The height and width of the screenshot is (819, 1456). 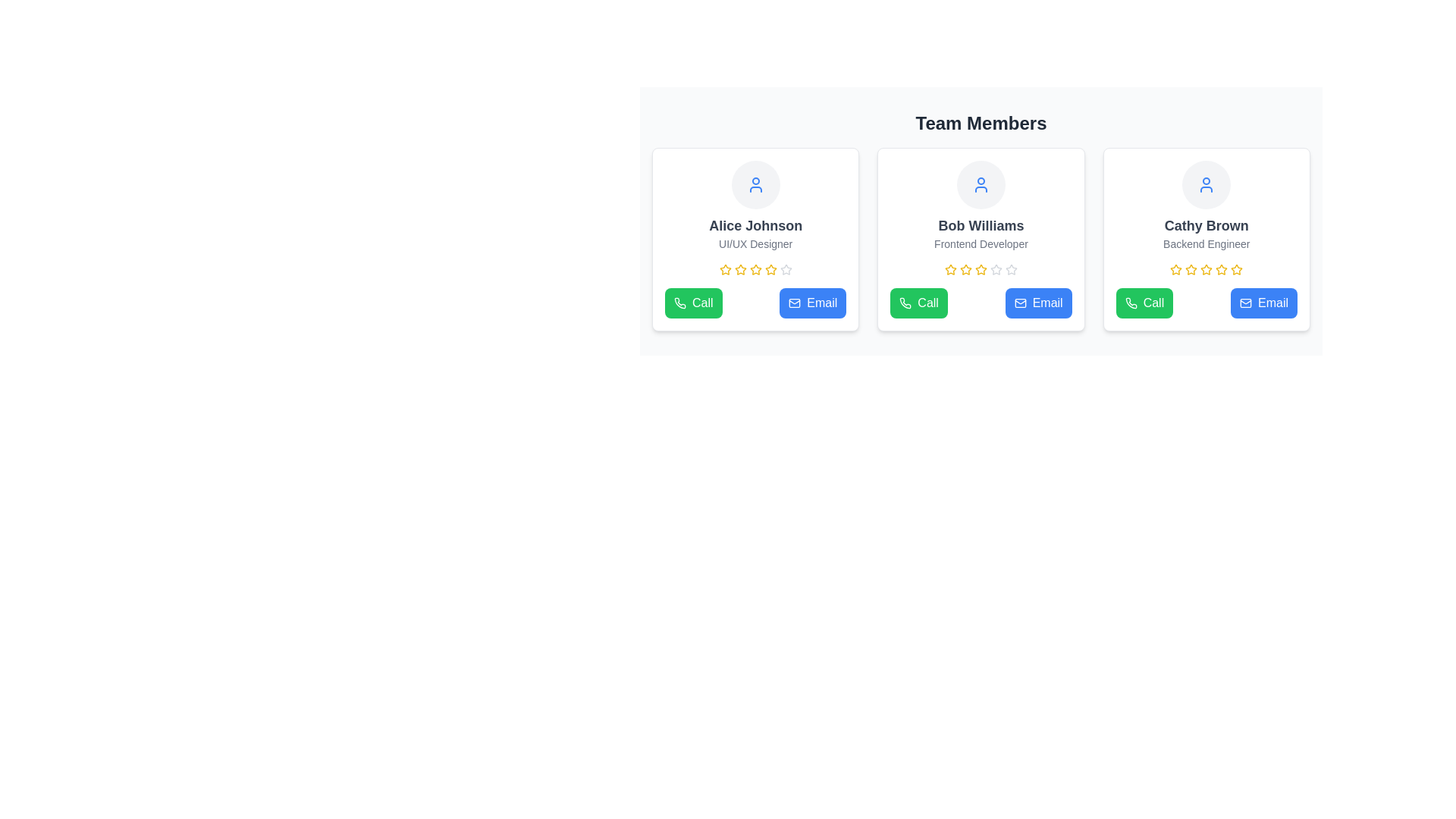 What do you see at coordinates (794, 303) in the screenshot?
I see `the email icon within the 'Email' button located beneath Alice Johnson's profile` at bounding box center [794, 303].